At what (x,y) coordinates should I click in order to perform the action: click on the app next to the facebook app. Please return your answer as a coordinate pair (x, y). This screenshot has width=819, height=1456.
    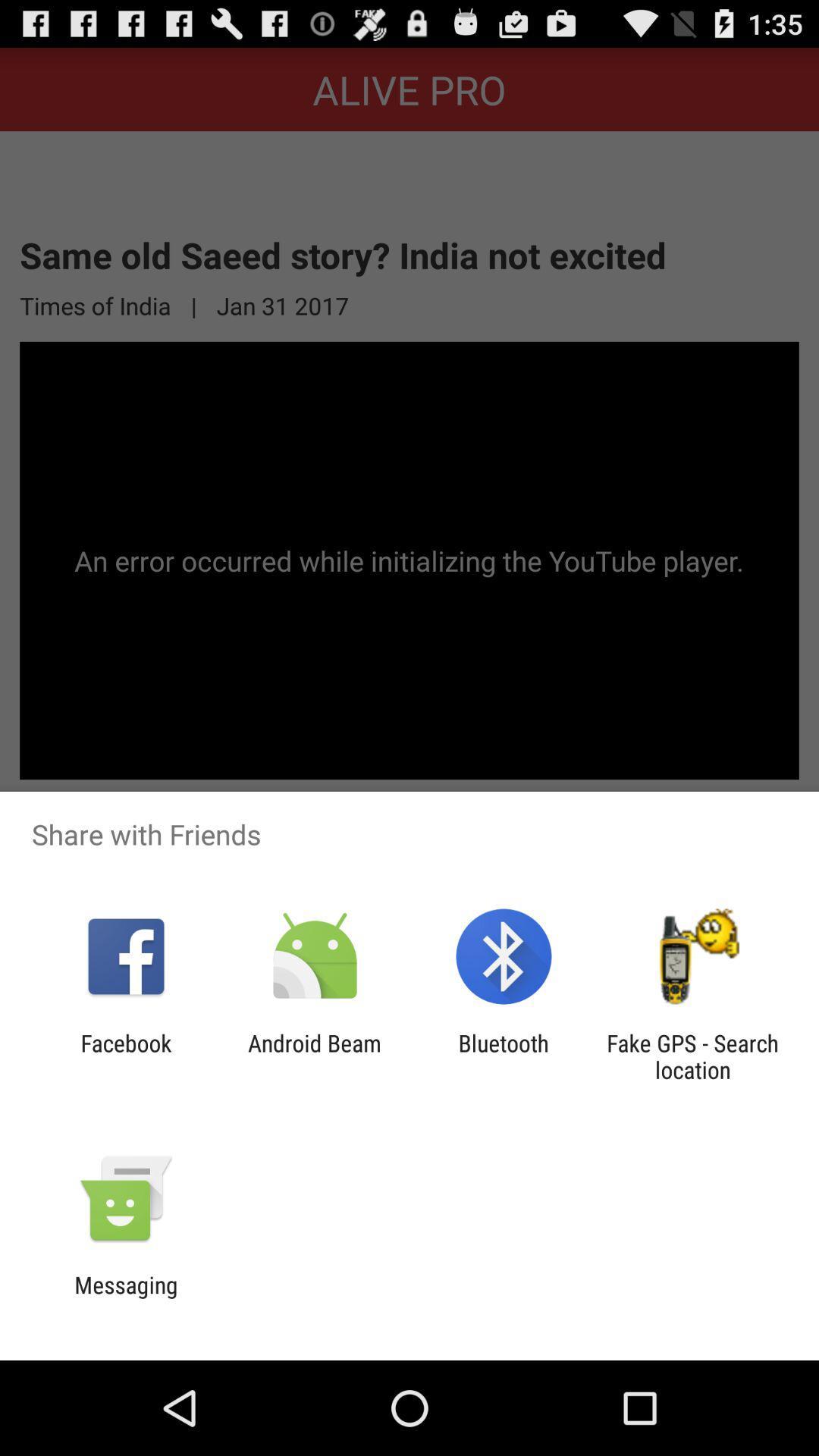
    Looking at the image, I should click on (314, 1056).